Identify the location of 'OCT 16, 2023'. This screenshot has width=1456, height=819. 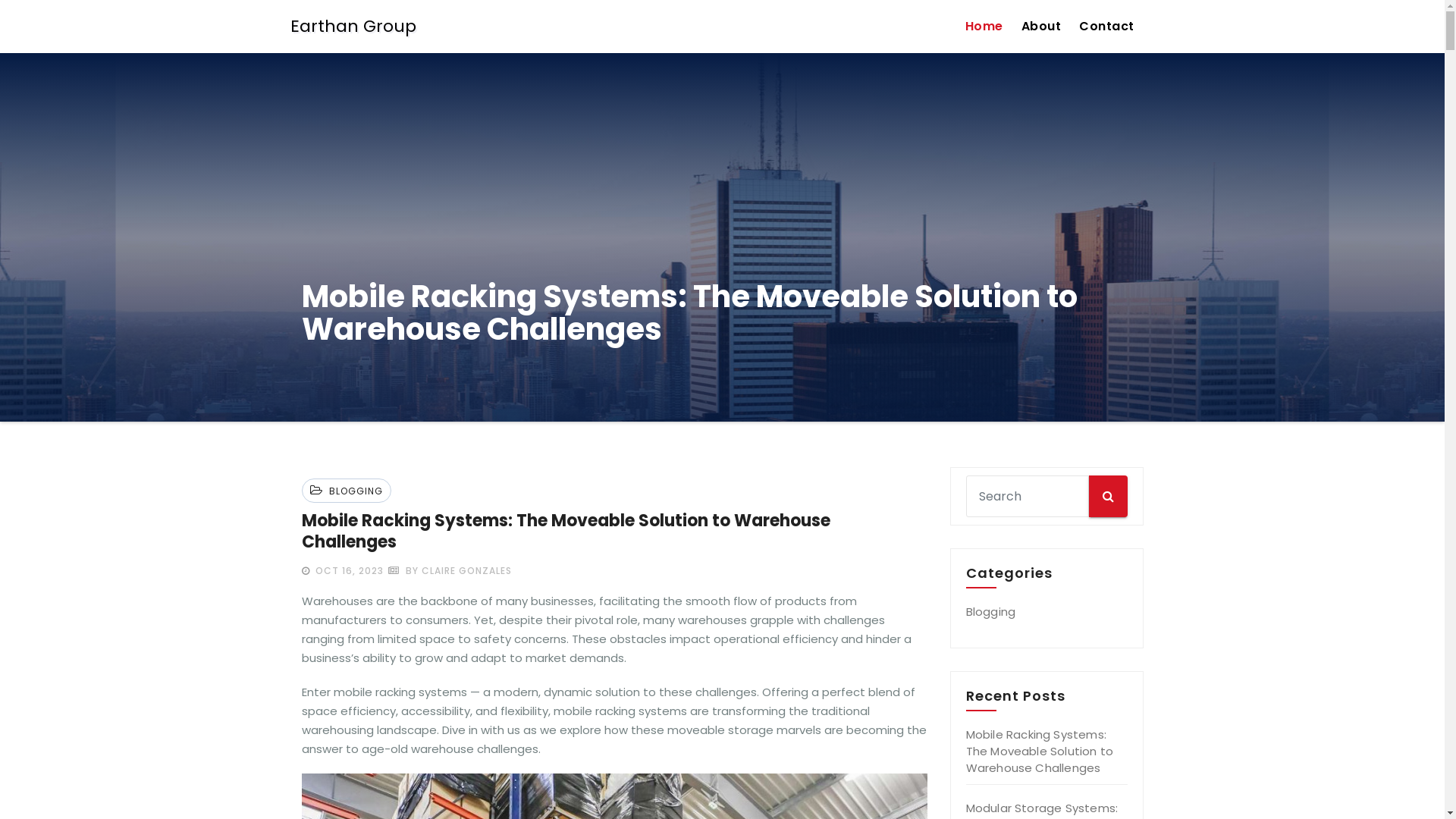
(347, 570).